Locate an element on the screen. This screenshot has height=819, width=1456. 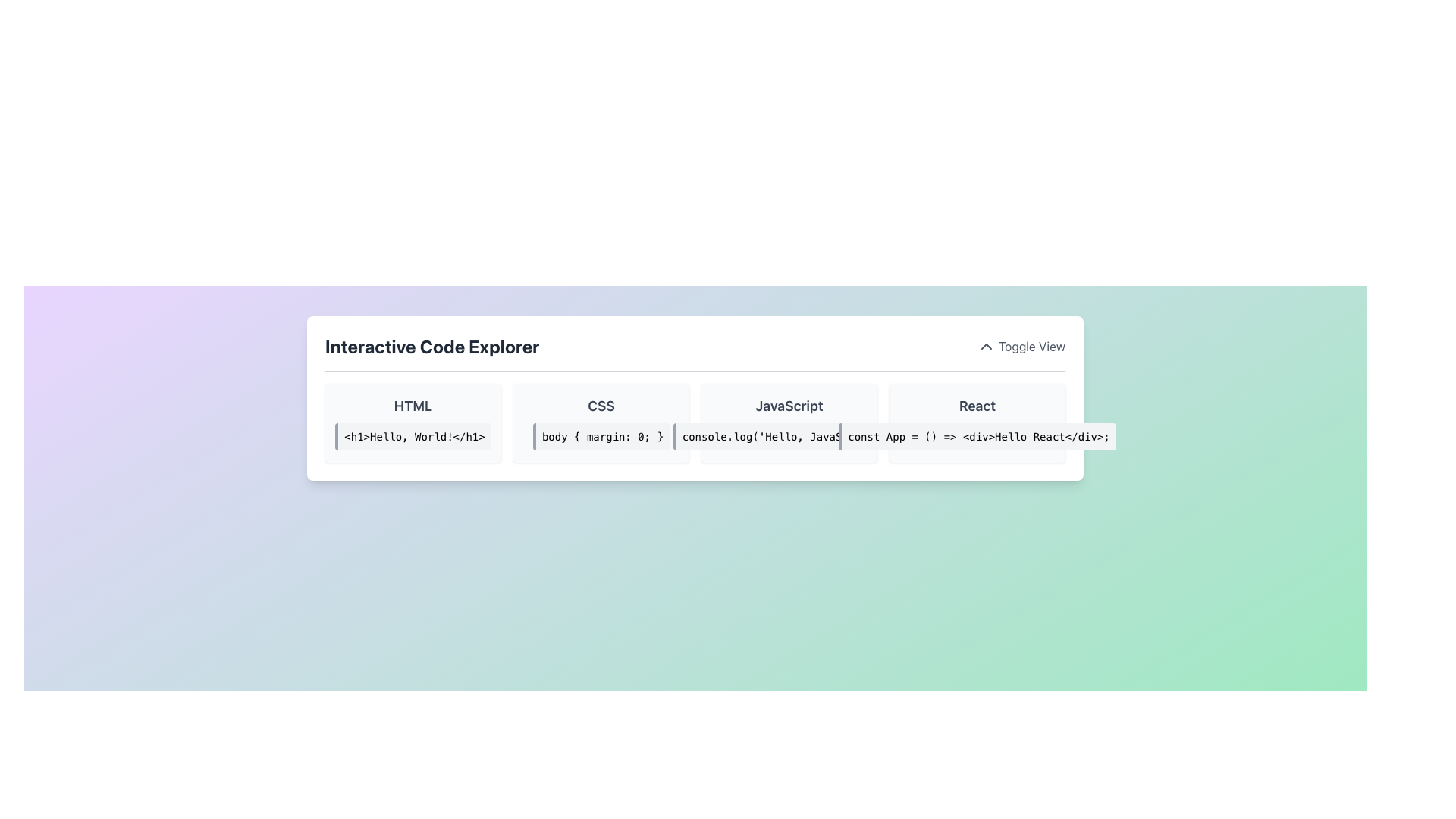
the 'React' text label, which is a bold, medium-large grayish label located in the JavaScript section of the interactive code explorer interface is located at coordinates (977, 406).